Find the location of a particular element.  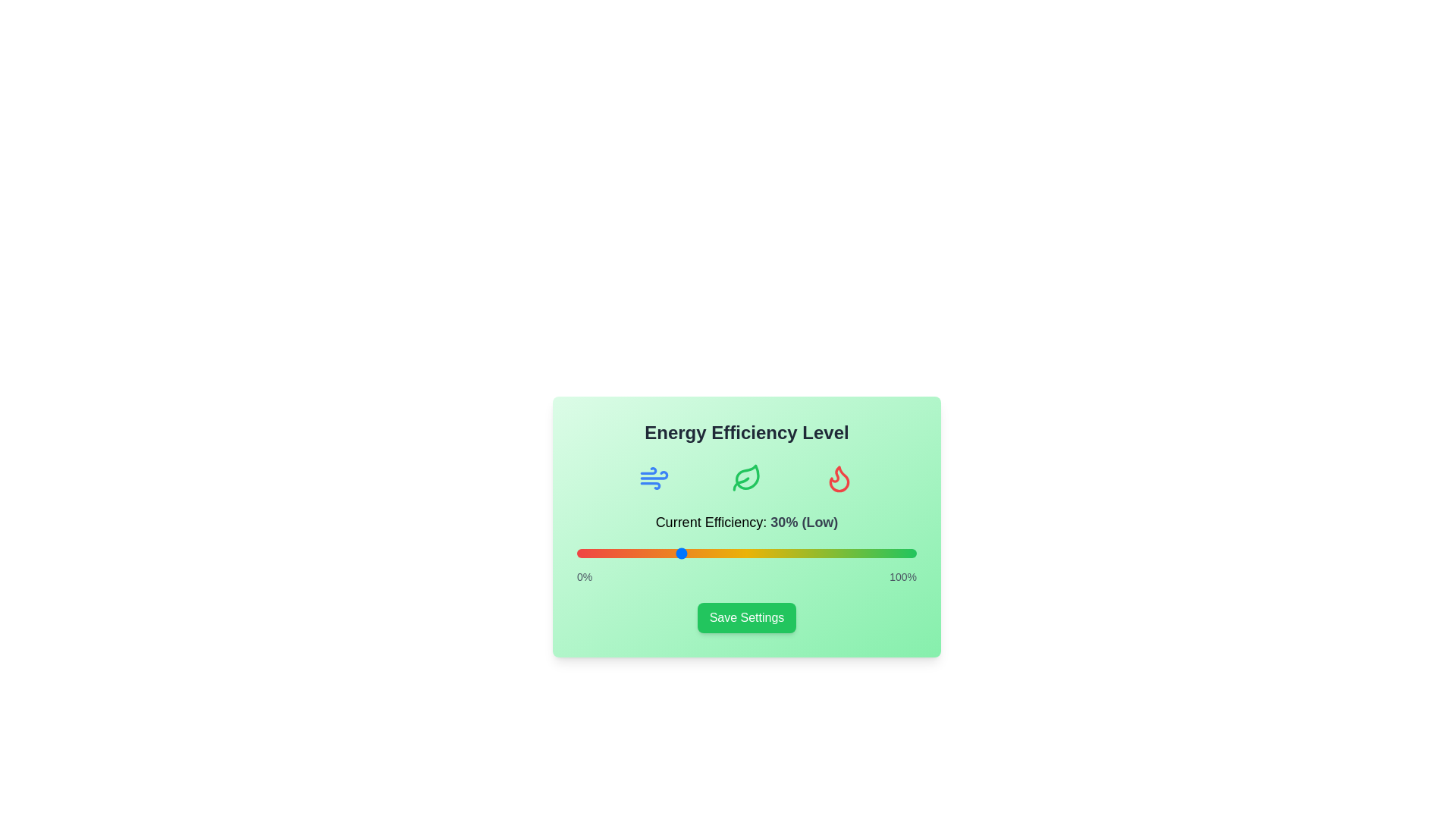

the 'Save Settings' button to save the current efficiency level is located at coordinates (746, 617).